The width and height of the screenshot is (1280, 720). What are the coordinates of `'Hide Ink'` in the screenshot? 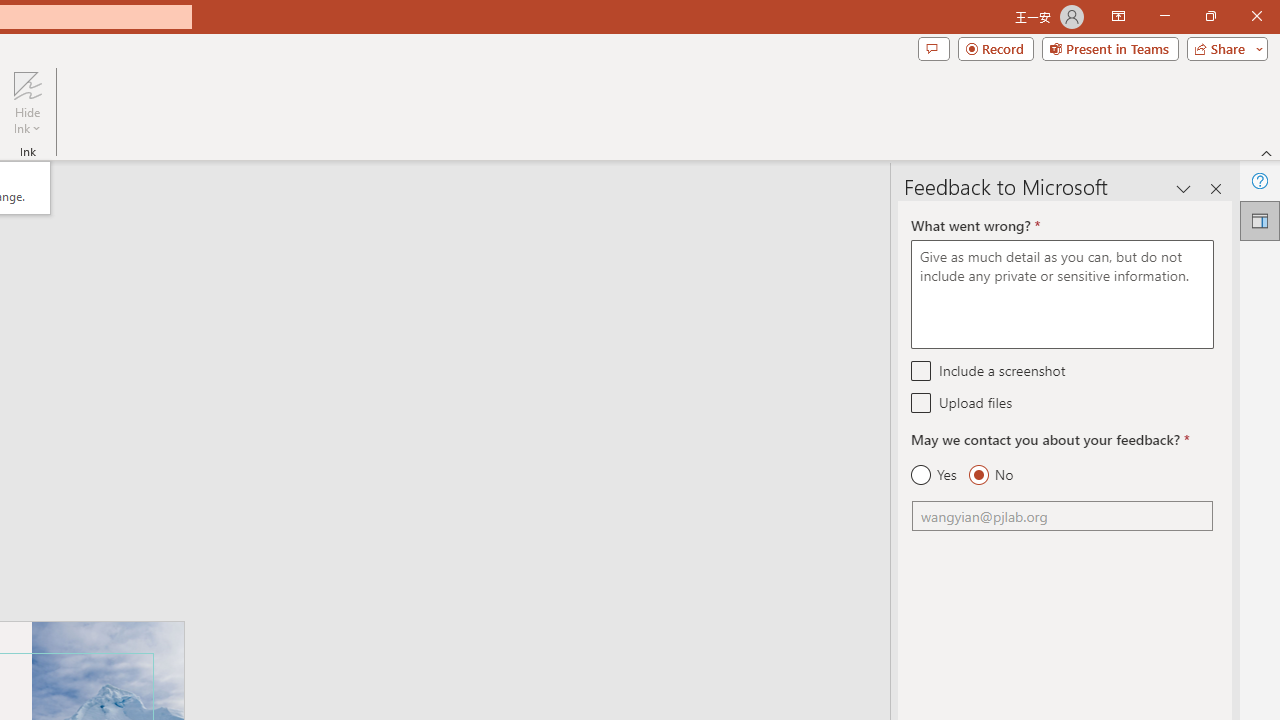 It's located at (27, 84).